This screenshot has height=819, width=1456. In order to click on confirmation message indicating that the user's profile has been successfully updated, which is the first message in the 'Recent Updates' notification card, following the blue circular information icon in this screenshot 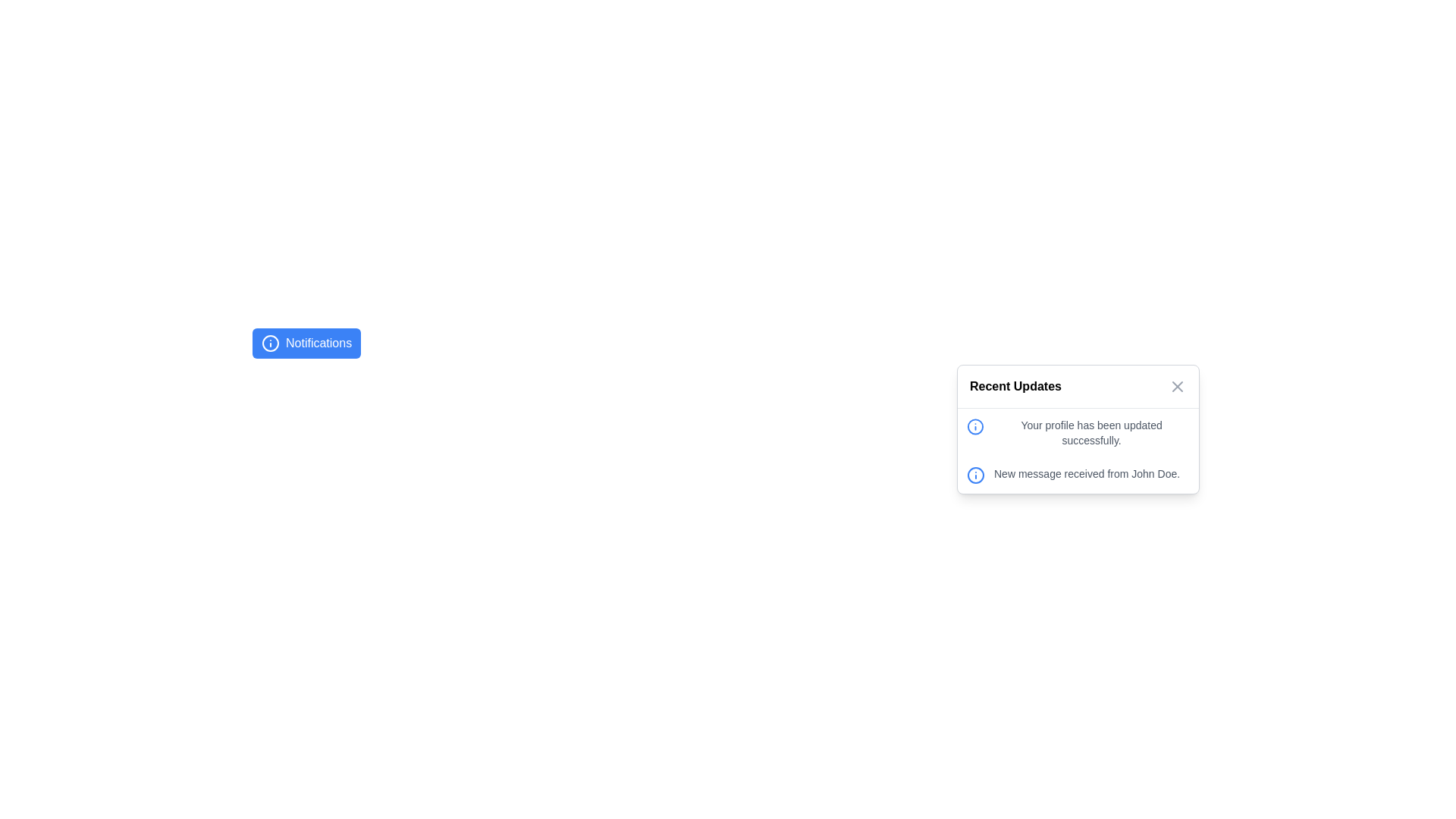, I will do `click(1077, 432)`.